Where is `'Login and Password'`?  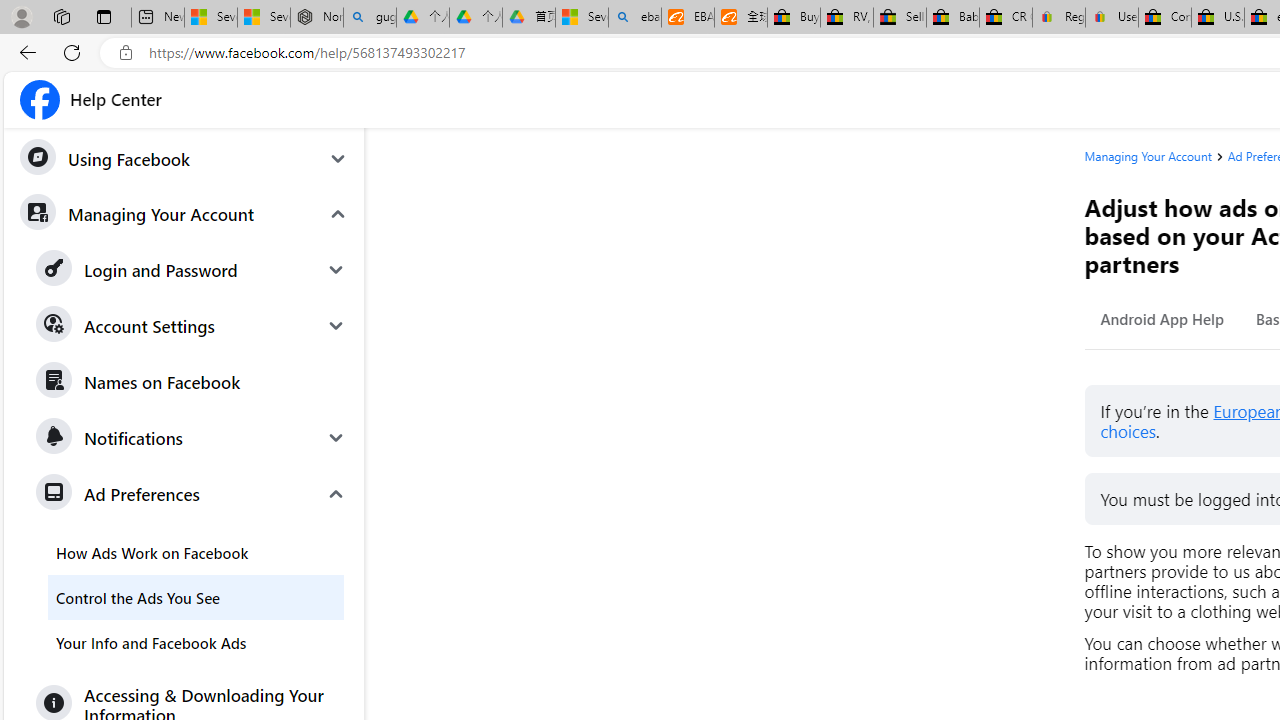
'Login and Password' is located at coordinates (192, 270).